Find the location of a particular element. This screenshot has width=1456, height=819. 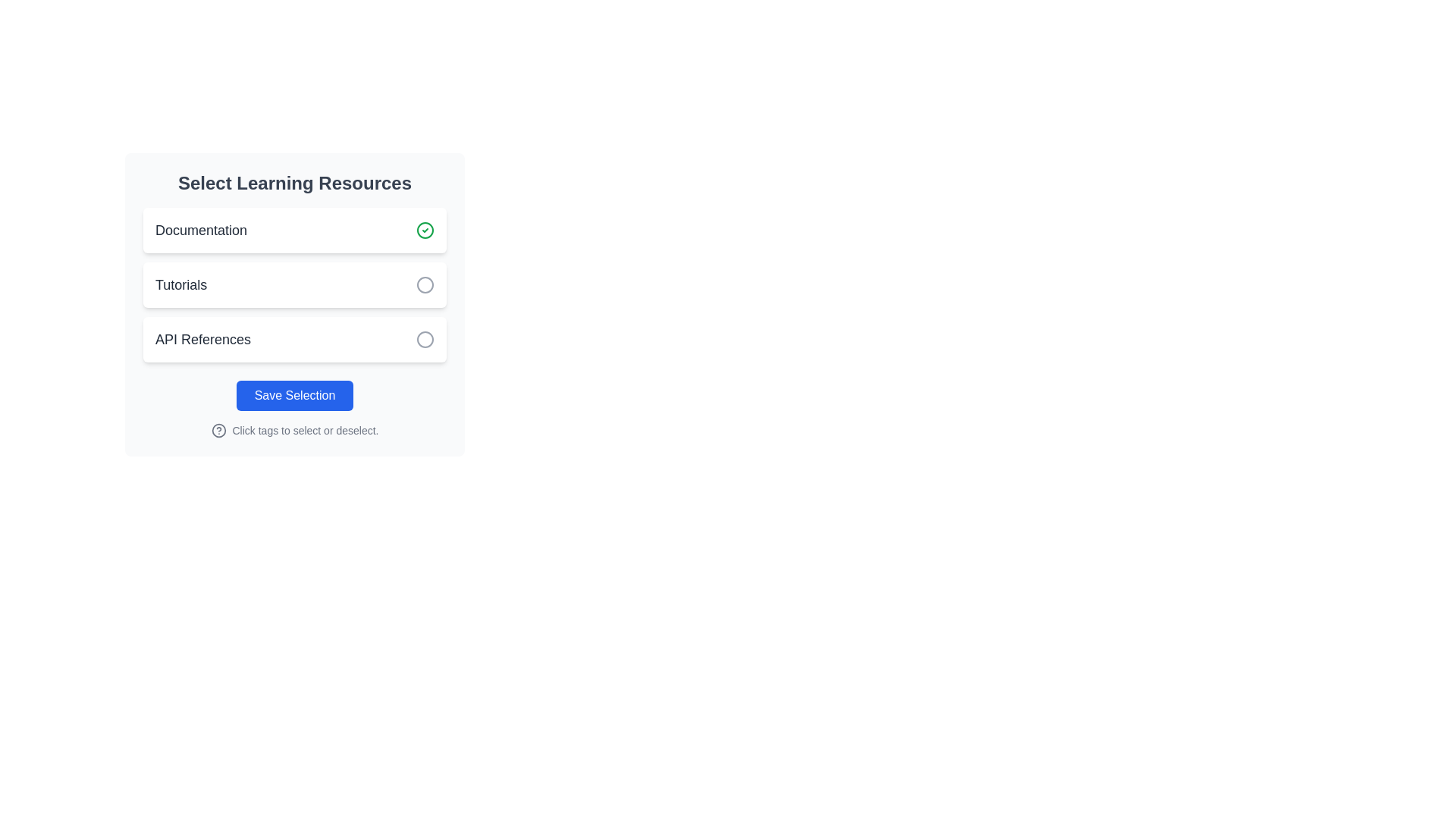

the central SVG Circle element within a monochrome icon located at the bottom area of the interface is located at coordinates (218, 430).